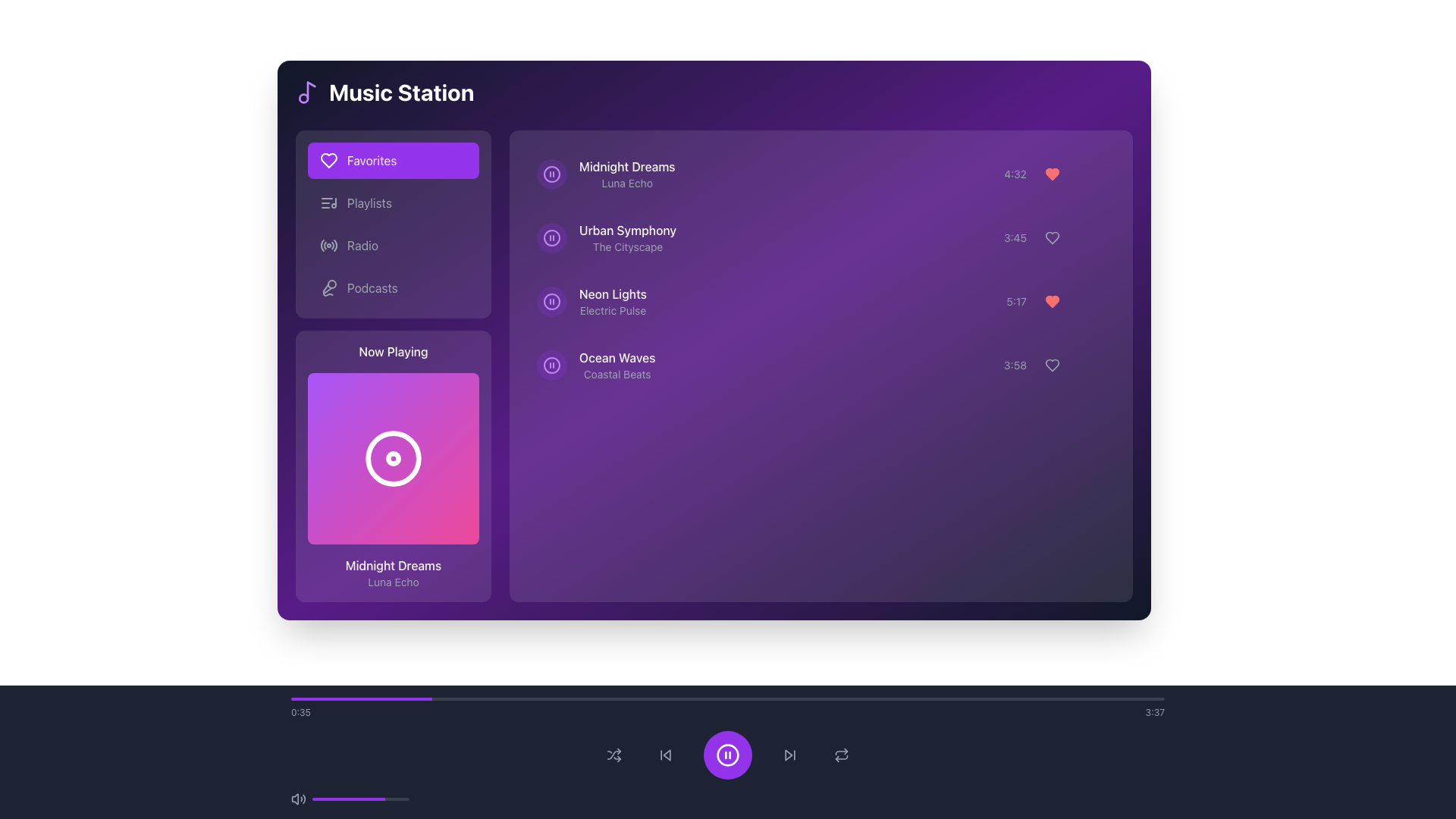 Image resolution: width=1456 pixels, height=819 pixels. Describe the element at coordinates (393, 465) in the screenshot. I see `the interactive card in the left sidebar that indicates the currently playing media` at that location.